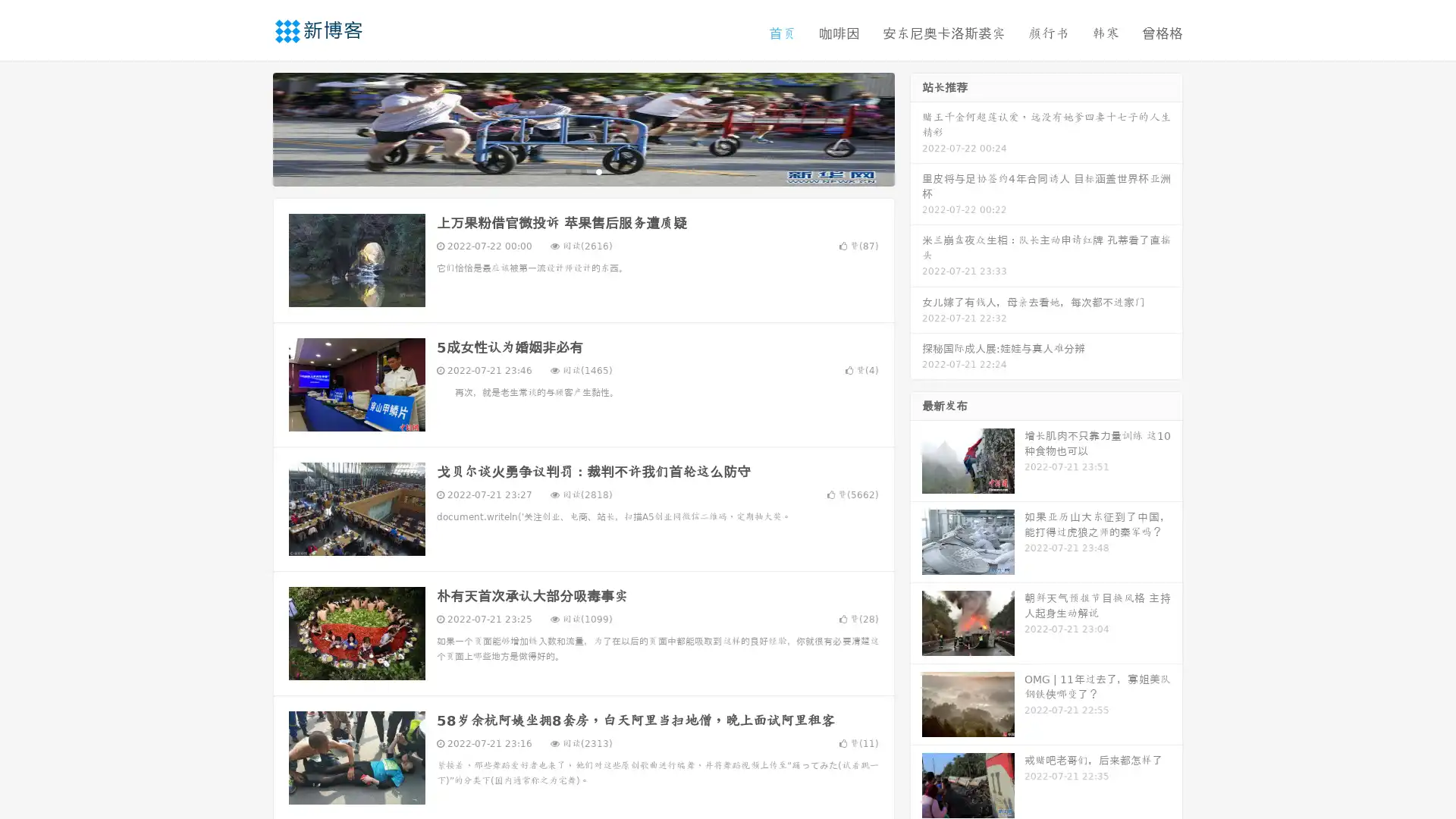  Describe the element at coordinates (582, 171) in the screenshot. I see `Go to slide 2` at that location.